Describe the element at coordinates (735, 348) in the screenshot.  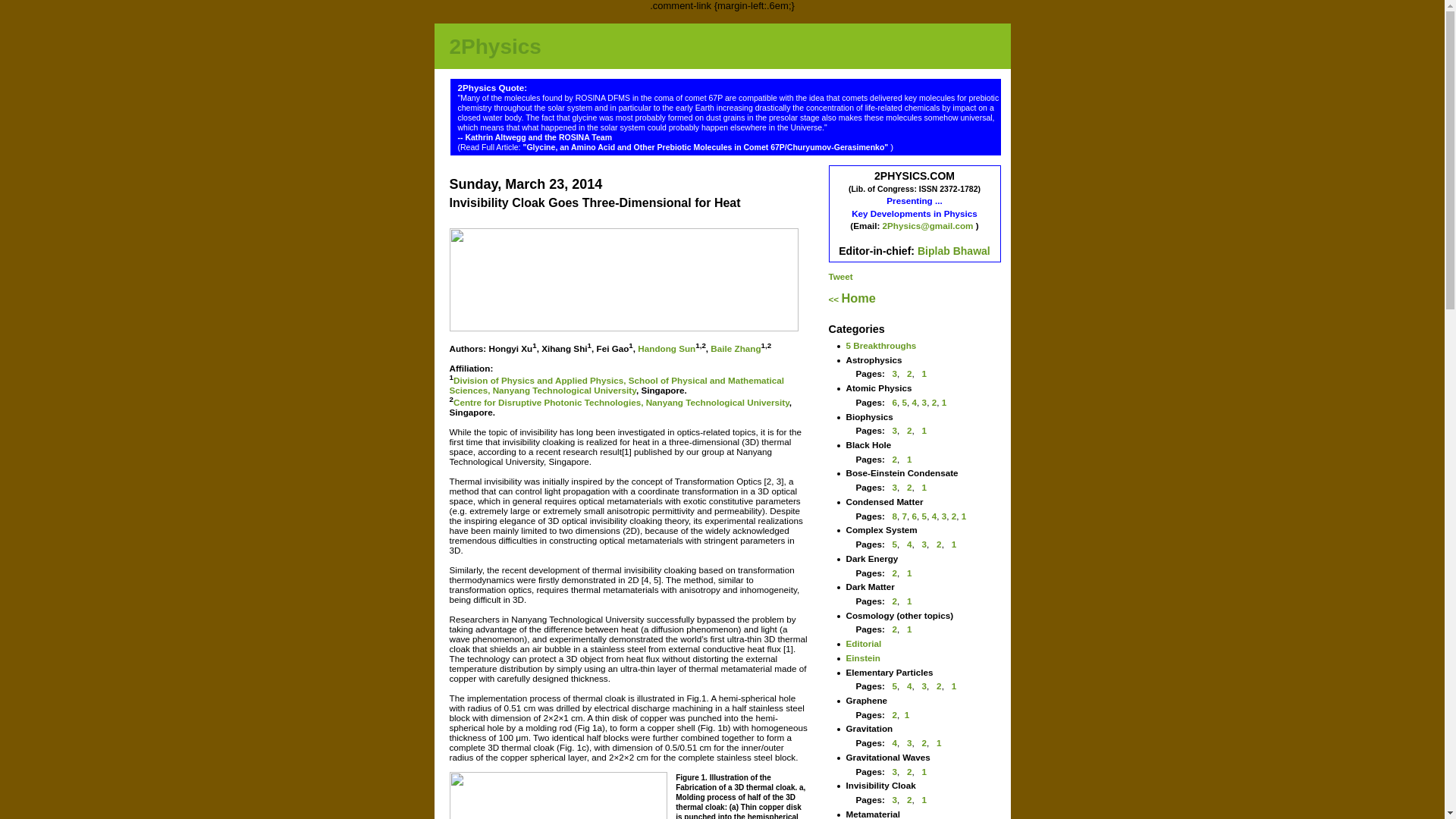
I see `'Baile Zhang'` at that location.